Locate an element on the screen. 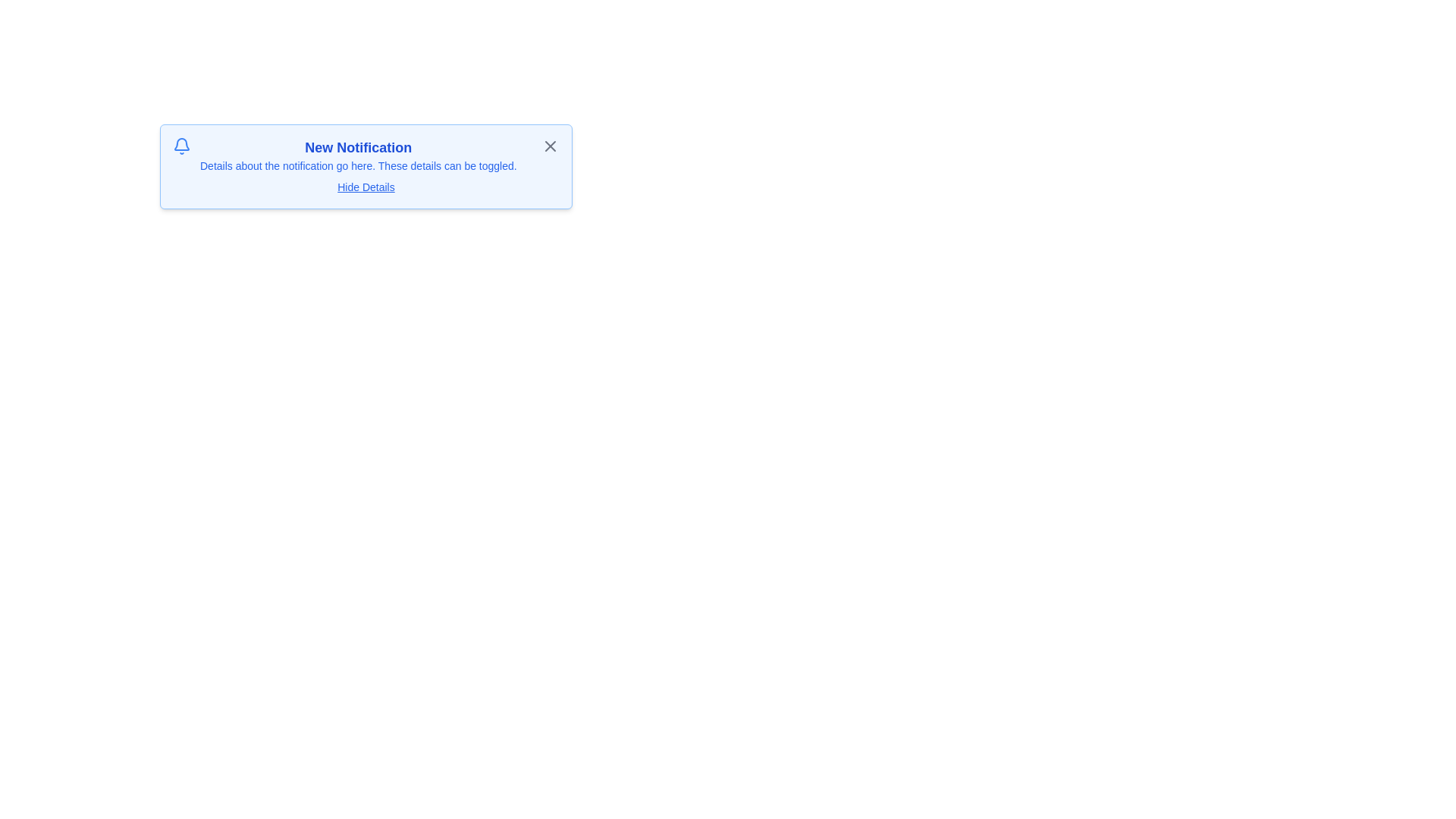 This screenshot has height=819, width=1456. the 'Hide Details' button to toggle the visibility of the details section is located at coordinates (365, 186).